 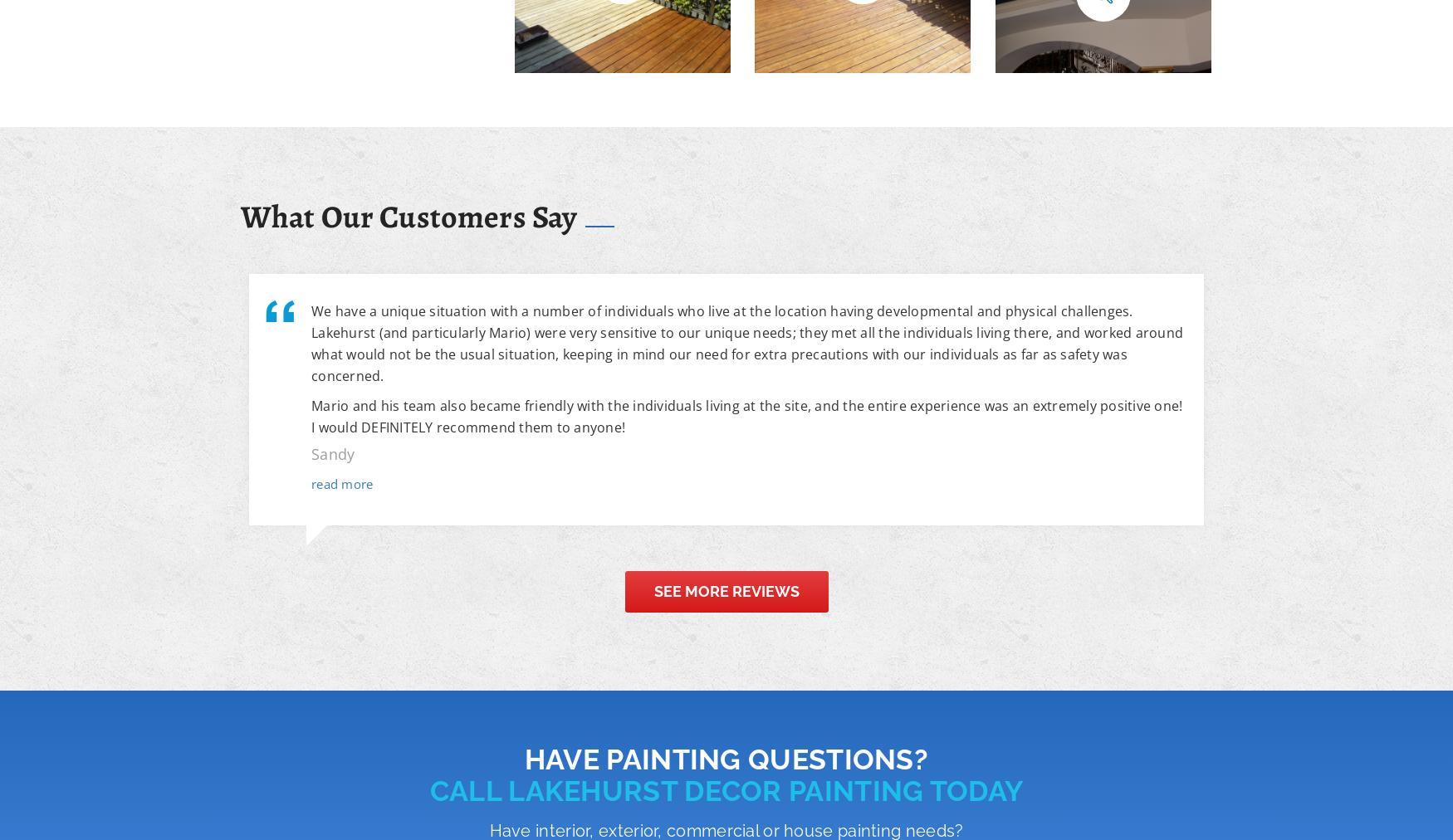 I want to click on 'Call Lakehurst Decor Painting Today', so click(x=428, y=789).